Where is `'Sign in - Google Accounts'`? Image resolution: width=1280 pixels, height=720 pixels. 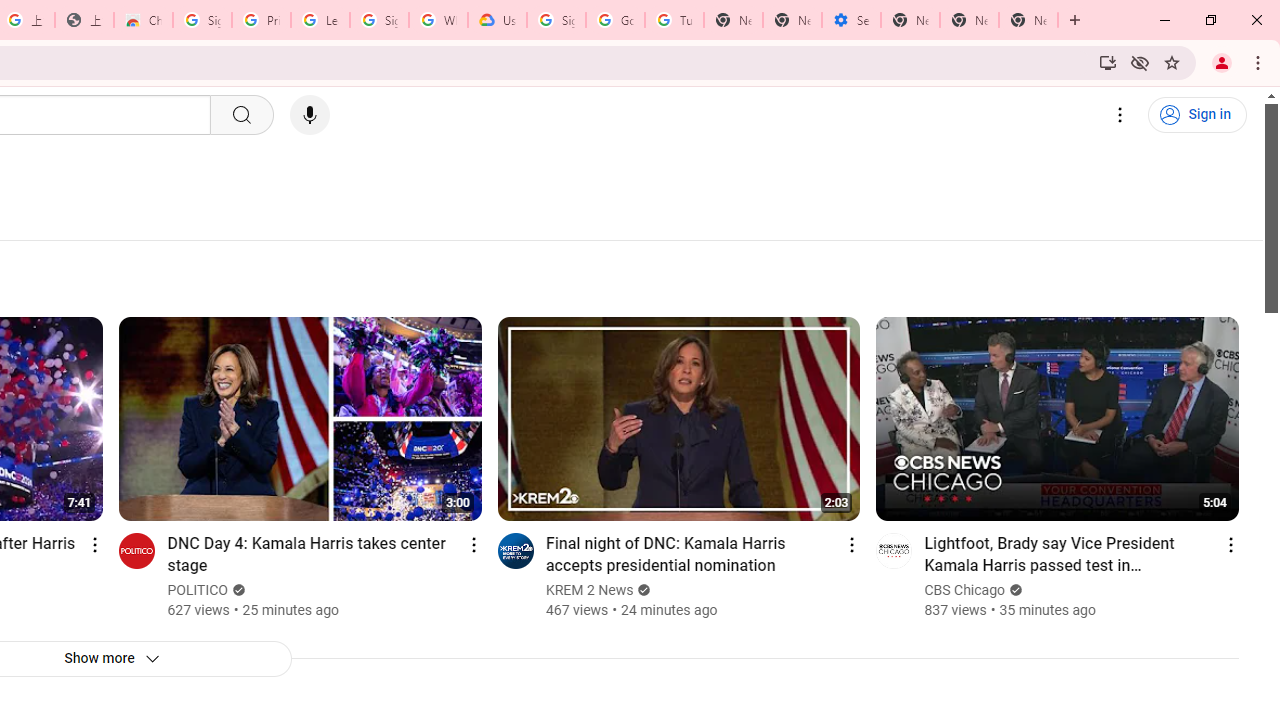 'Sign in - Google Accounts' is located at coordinates (202, 20).